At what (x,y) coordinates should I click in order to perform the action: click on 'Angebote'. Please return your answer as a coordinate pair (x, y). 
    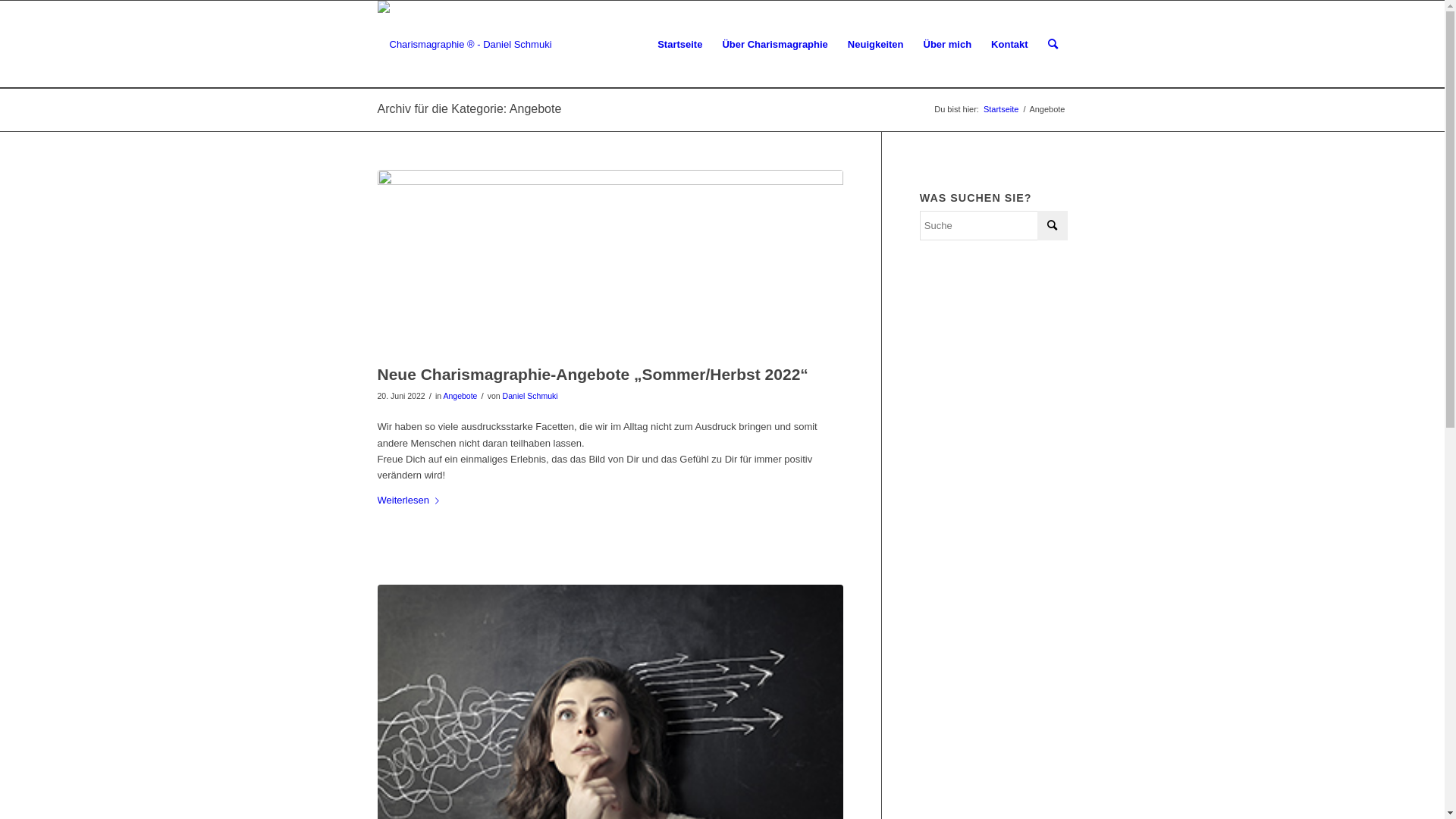
    Looking at the image, I should click on (459, 394).